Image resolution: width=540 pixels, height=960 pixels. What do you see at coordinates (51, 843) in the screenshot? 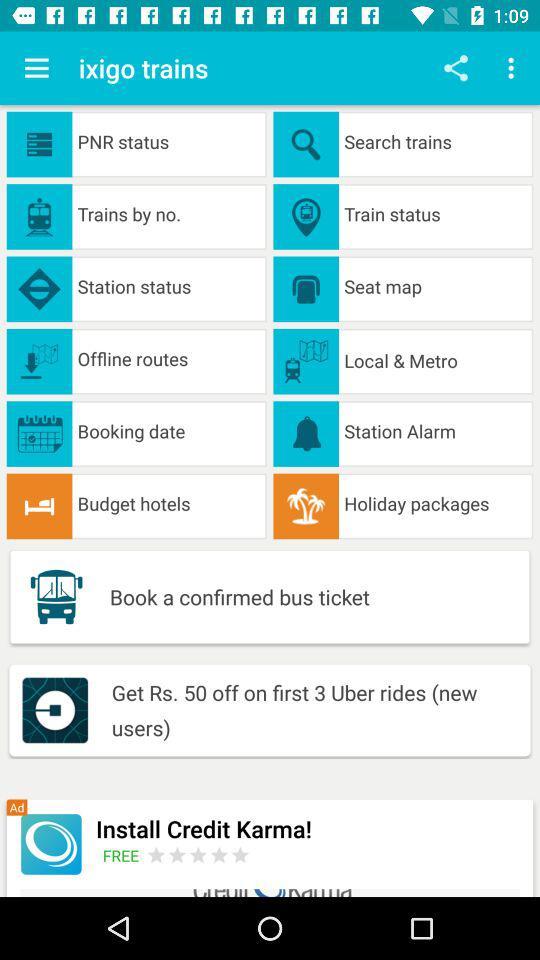
I see `tap to install` at bounding box center [51, 843].